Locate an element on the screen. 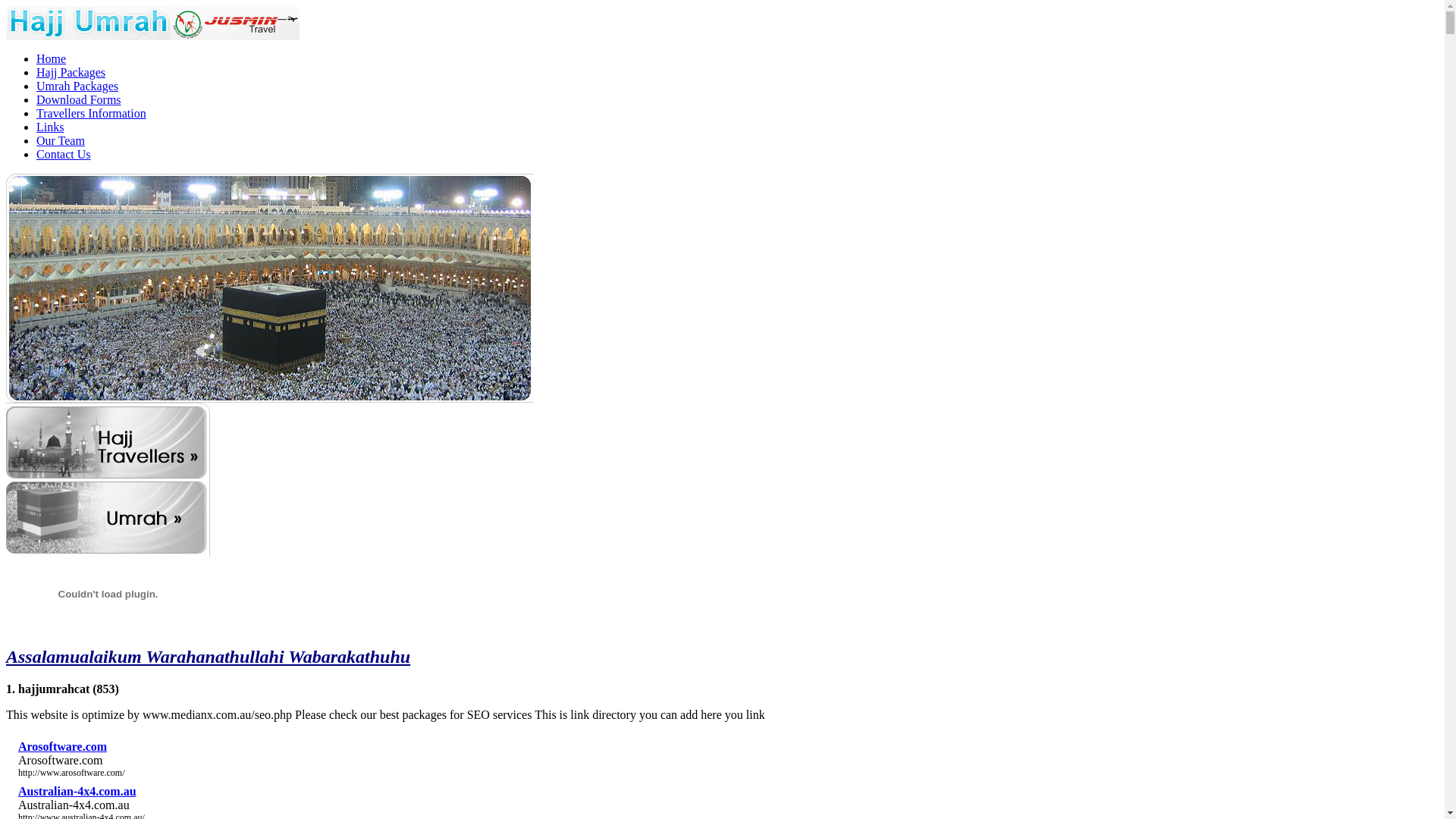  'Links' is located at coordinates (36, 126).